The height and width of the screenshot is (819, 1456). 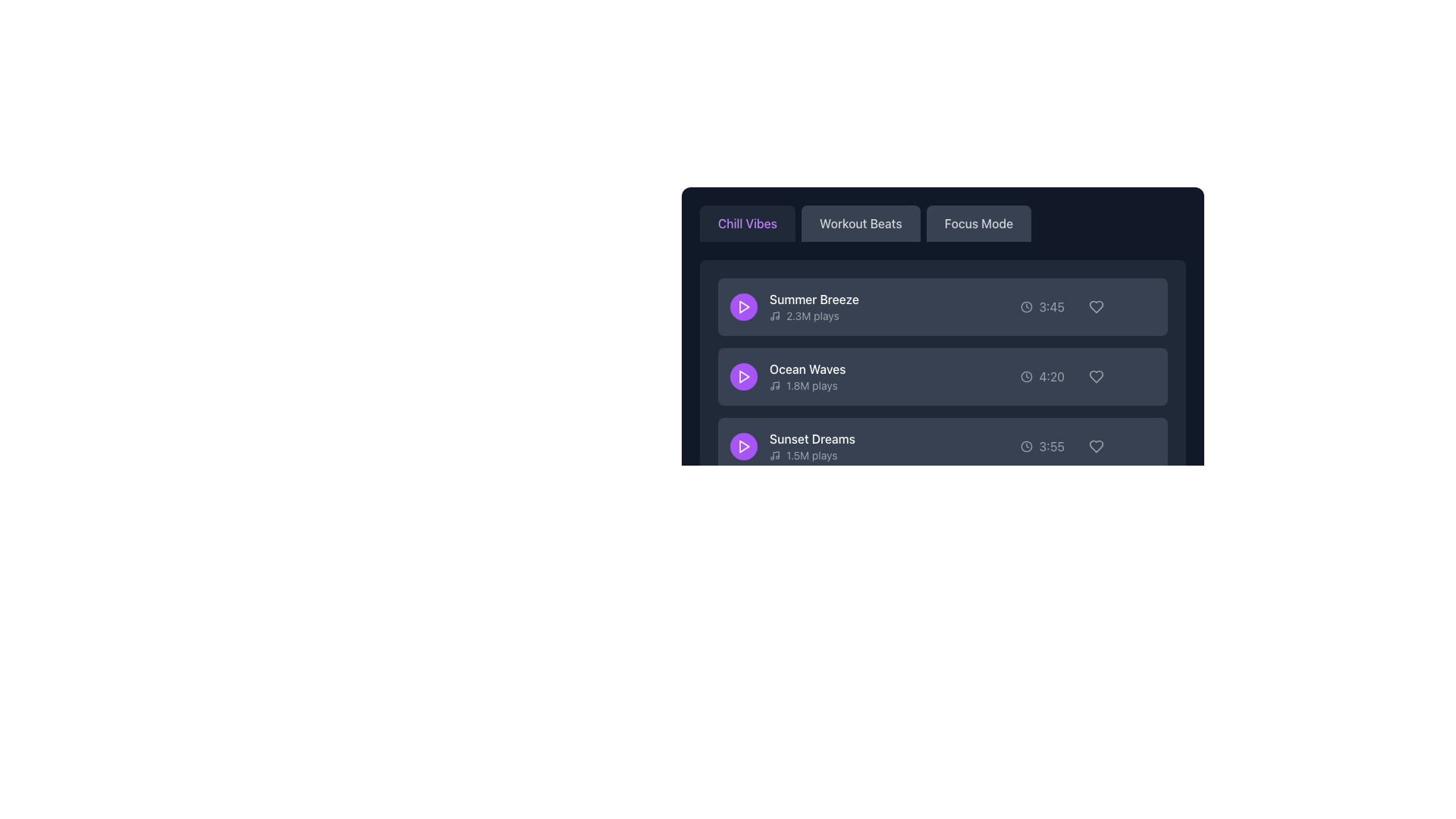 What do you see at coordinates (1042, 307) in the screenshot?
I see `the Duration Indicator for the song 'Summer Breeze', which displays the song's duration in minutes and seconds, located next to the song title and before the heart icon` at bounding box center [1042, 307].